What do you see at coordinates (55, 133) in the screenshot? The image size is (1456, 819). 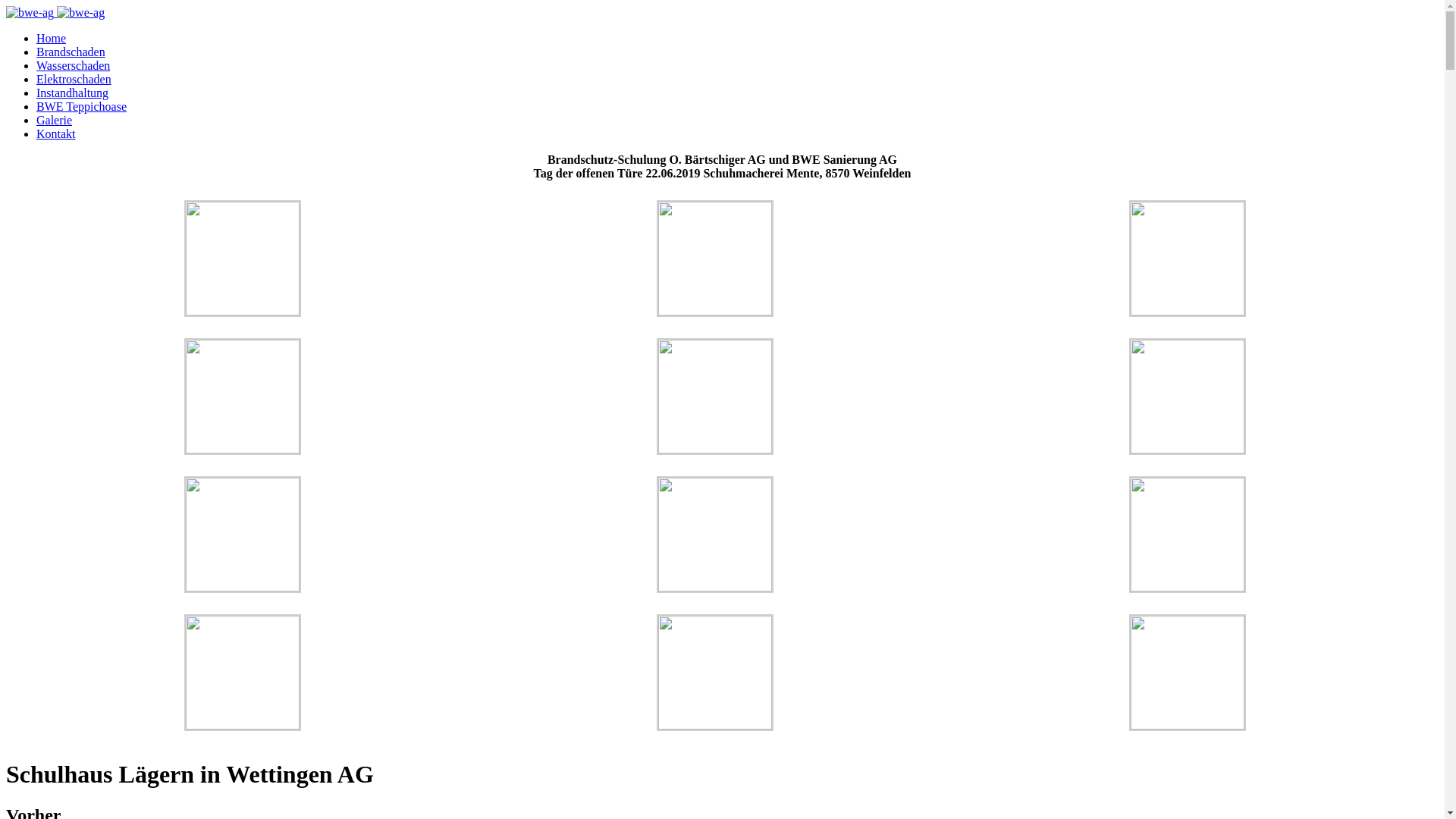 I see `'Kontakt'` at bounding box center [55, 133].